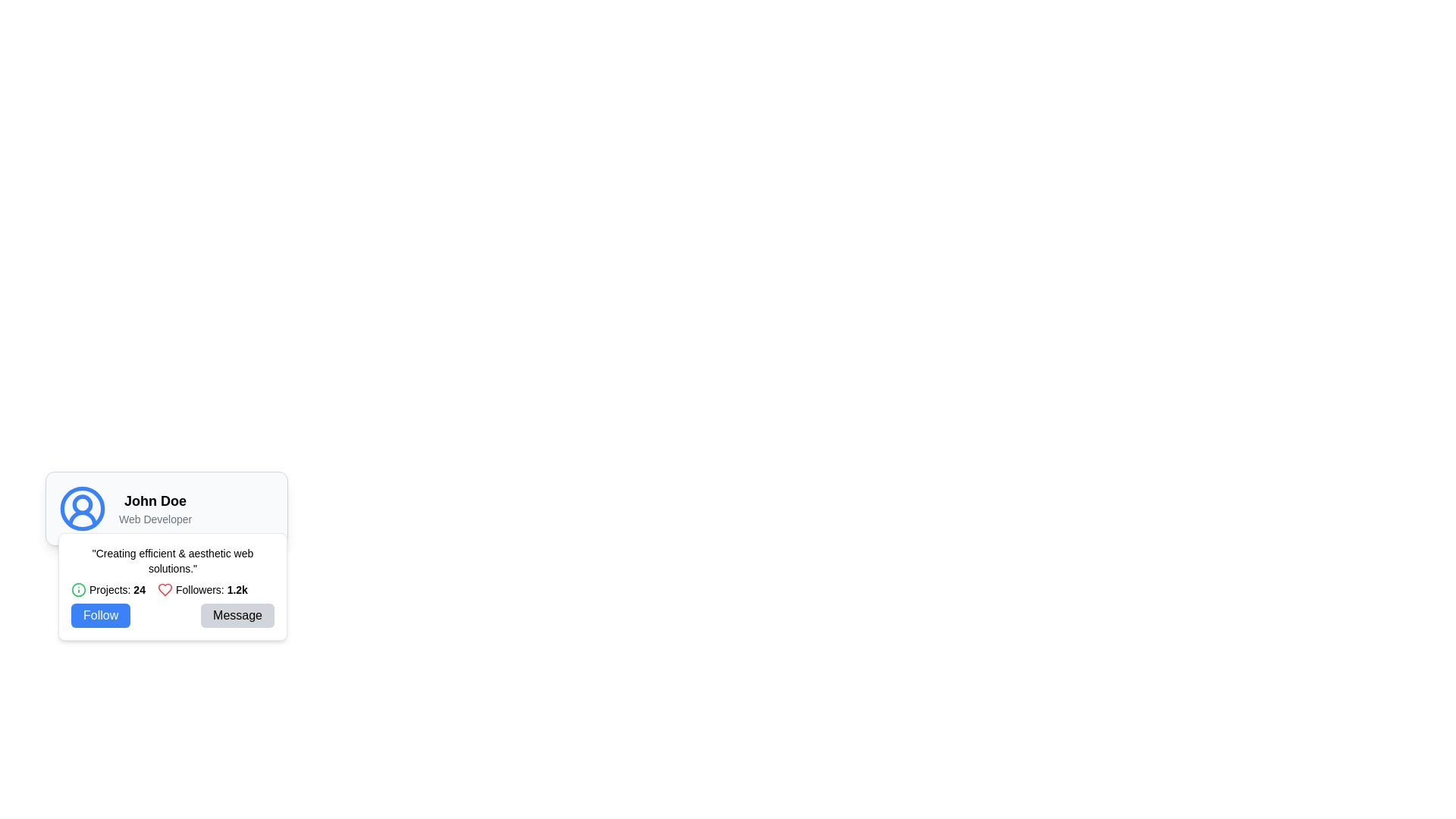 The width and height of the screenshot is (1456, 819). I want to click on text content of the Statistical label that indicates the number of projects associated with the user profile, located in the lower left section of the user information card, next to an icon and above the 'Followers' label, so click(116, 589).